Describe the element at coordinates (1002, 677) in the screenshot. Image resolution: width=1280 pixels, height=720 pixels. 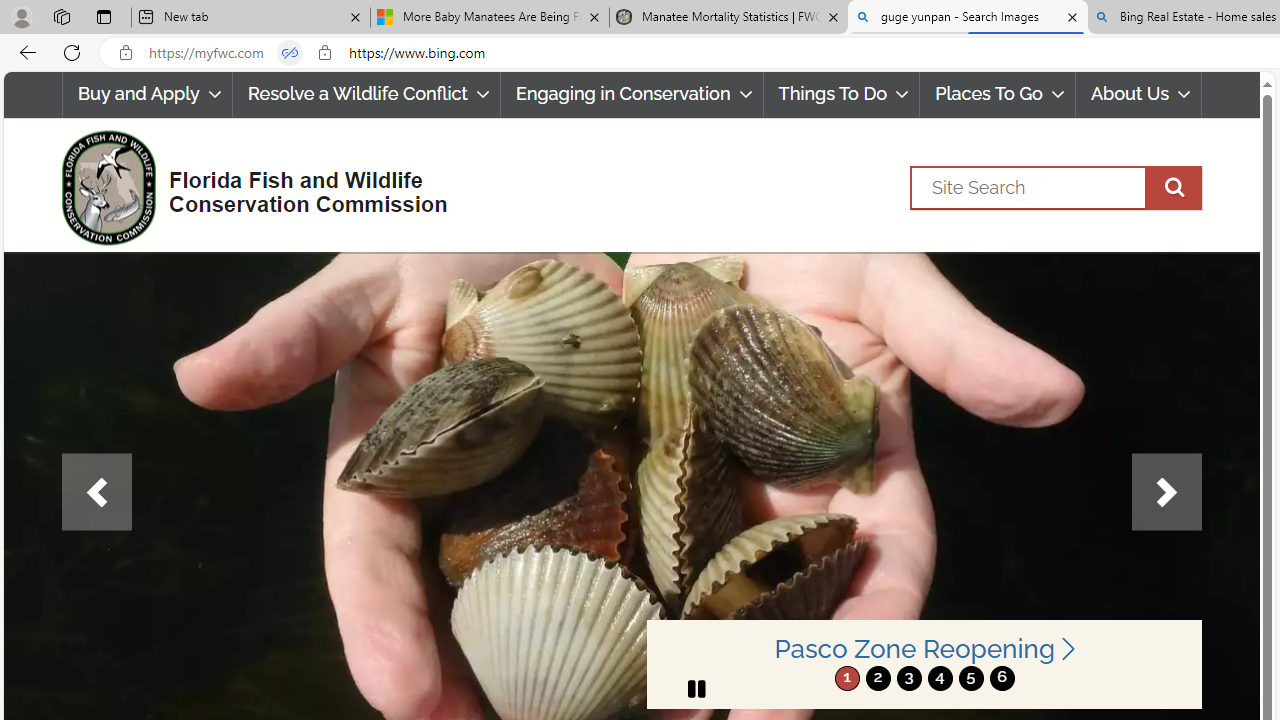
I see `'6'` at that location.